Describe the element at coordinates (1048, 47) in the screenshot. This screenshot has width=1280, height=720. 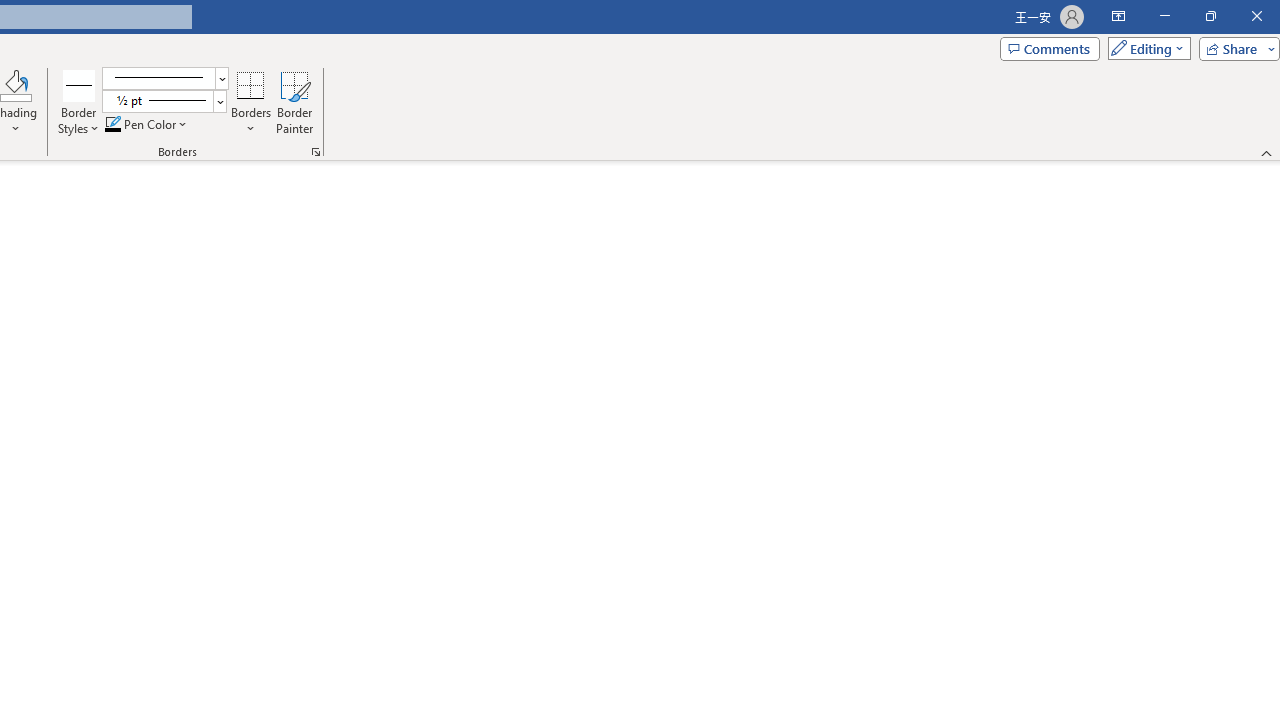
I see `'Comments'` at that location.